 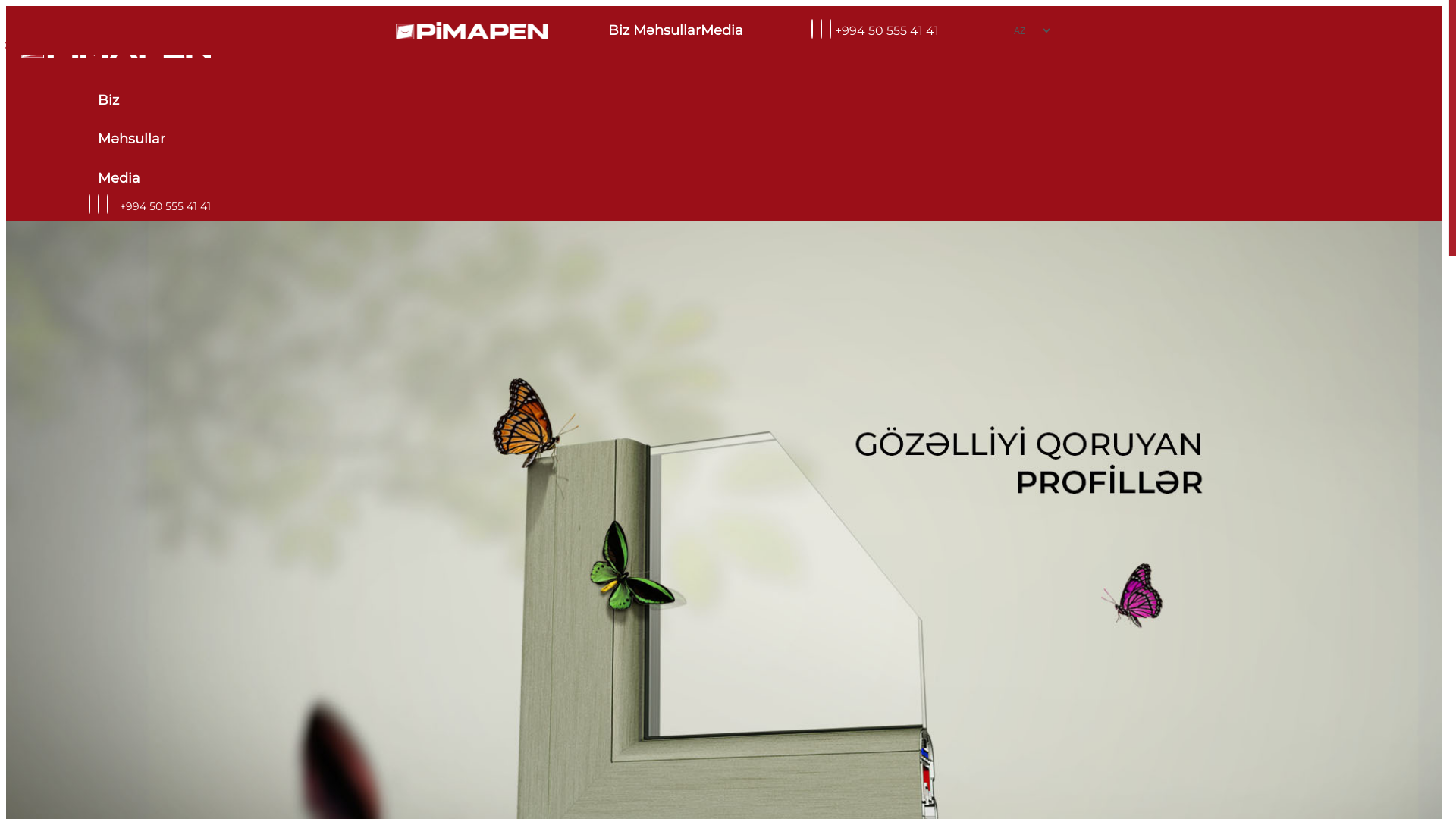 I want to click on 'Biz', so click(x=607, y=30).